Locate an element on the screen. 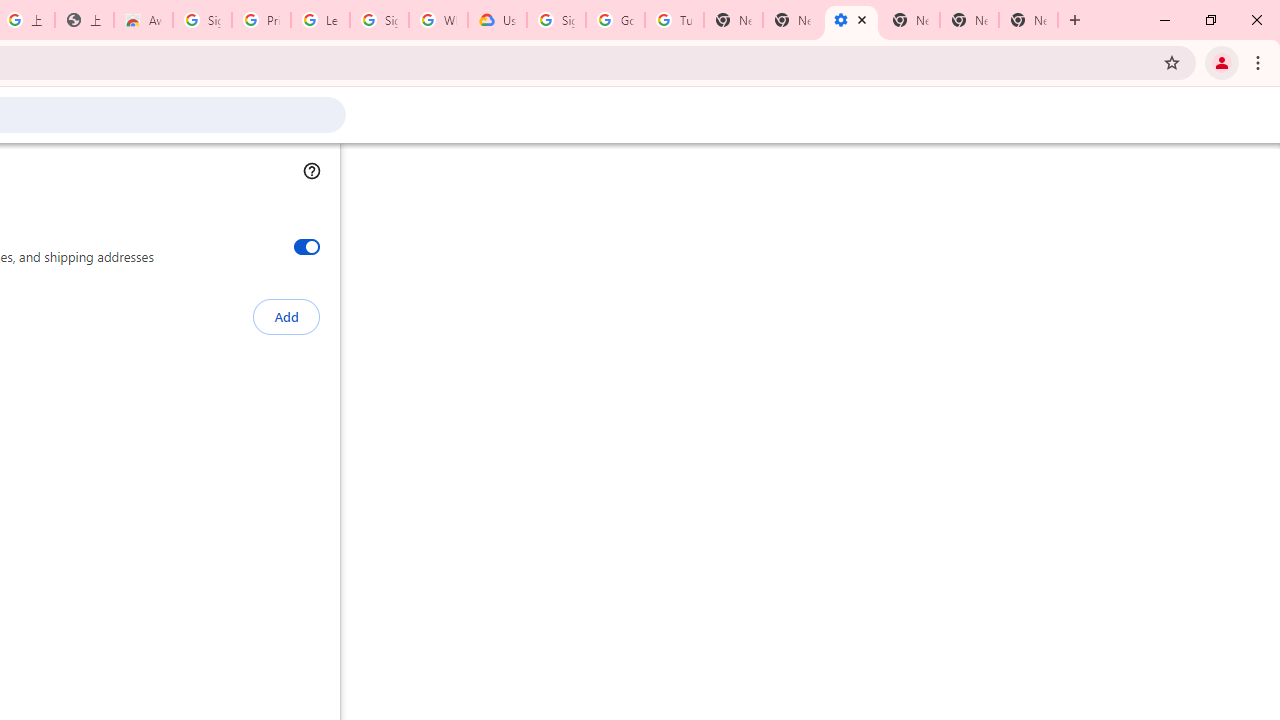 This screenshot has height=720, width=1280. 'New Tab' is located at coordinates (1028, 20).